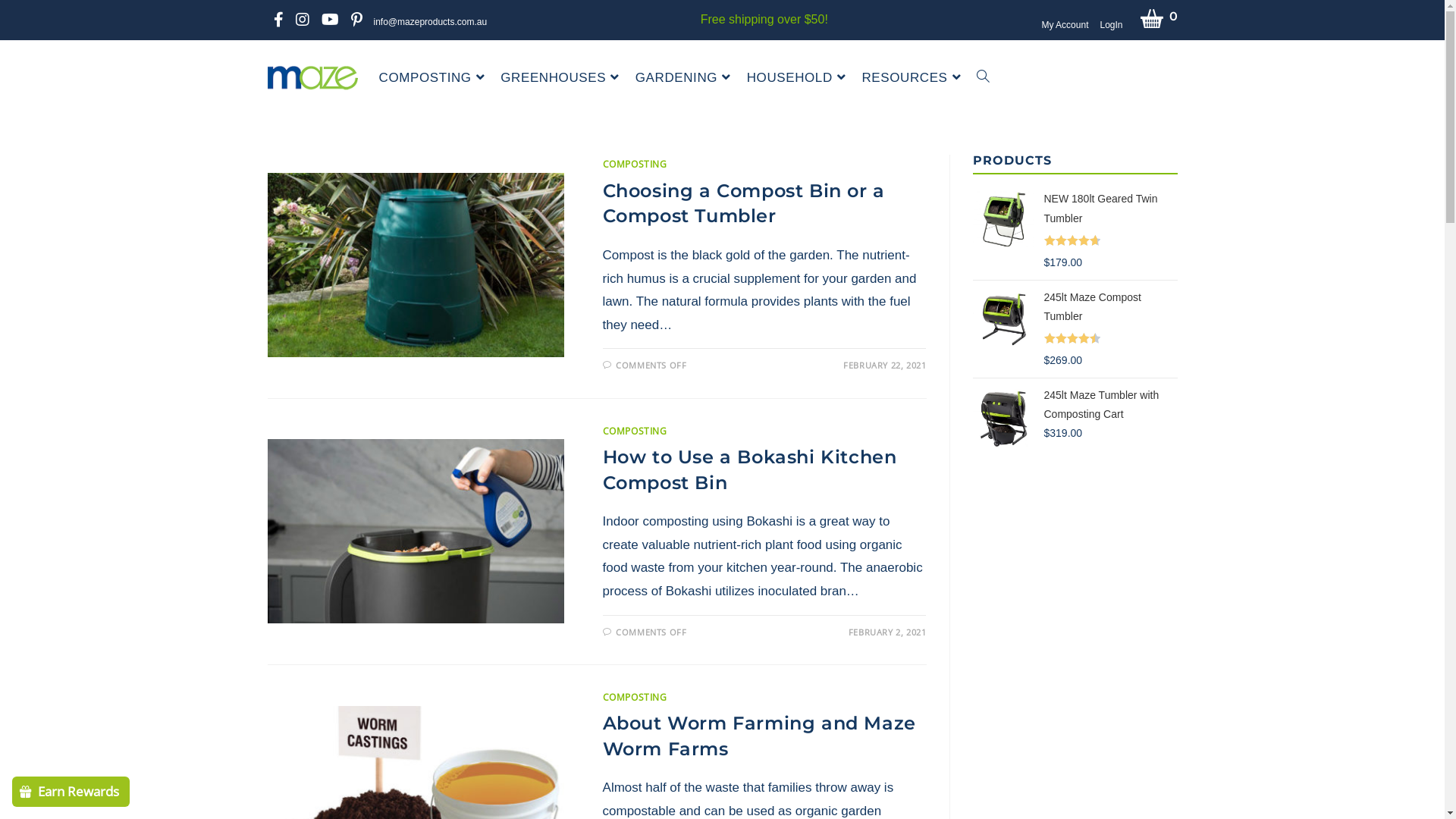 The image size is (1456, 819). Describe the element at coordinates (560, 78) in the screenshot. I see `'GREENHOUSES'` at that location.